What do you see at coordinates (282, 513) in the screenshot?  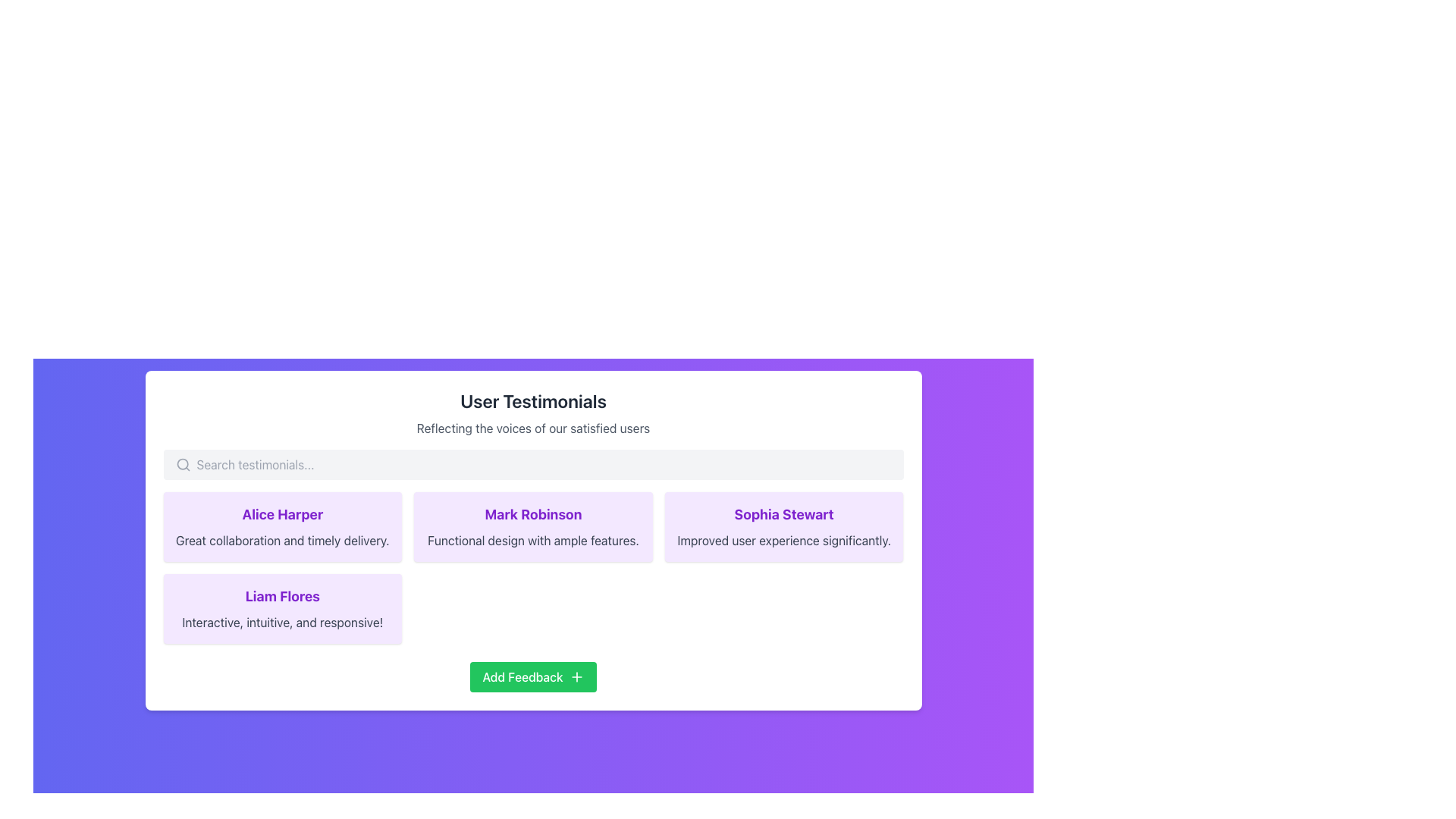 I see `the text label displaying 'Alice Harper' in bold, large, purple font, located at the top of the first testimonial card` at bounding box center [282, 513].